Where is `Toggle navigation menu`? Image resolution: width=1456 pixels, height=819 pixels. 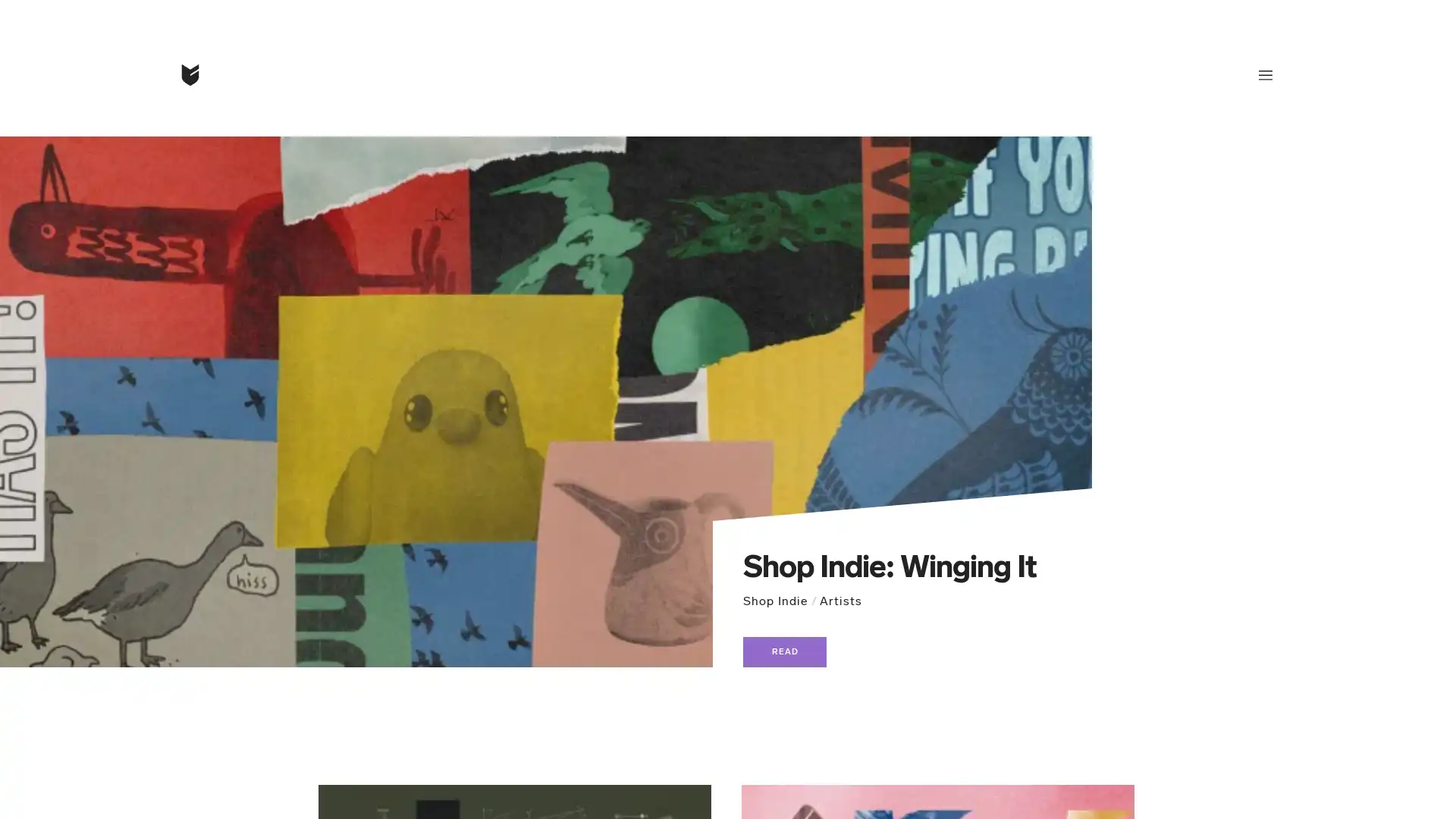
Toggle navigation menu is located at coordinates (1266, 75).